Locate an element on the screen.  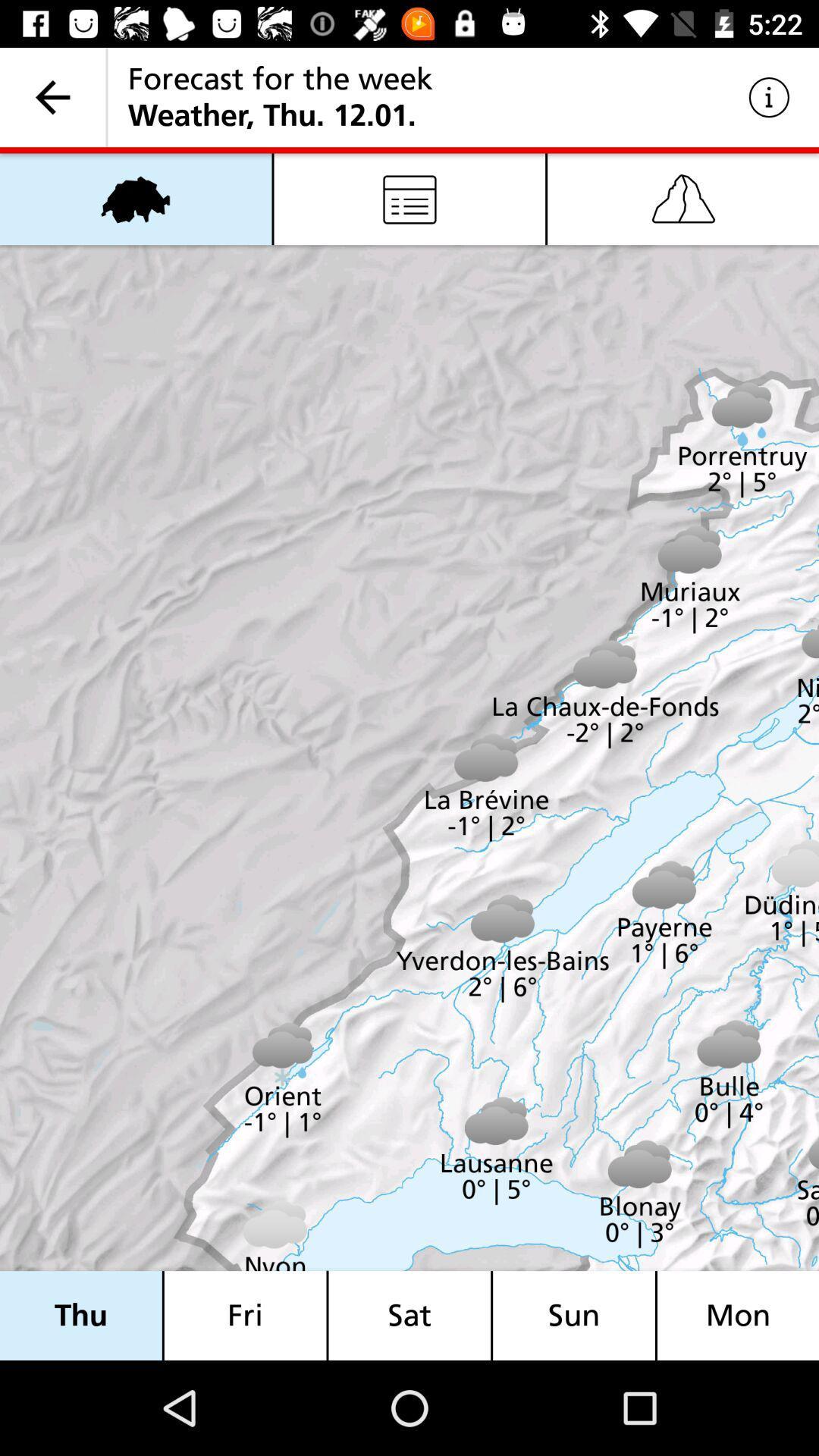
the item next to sun icon is located at coordinates (409, 1315).